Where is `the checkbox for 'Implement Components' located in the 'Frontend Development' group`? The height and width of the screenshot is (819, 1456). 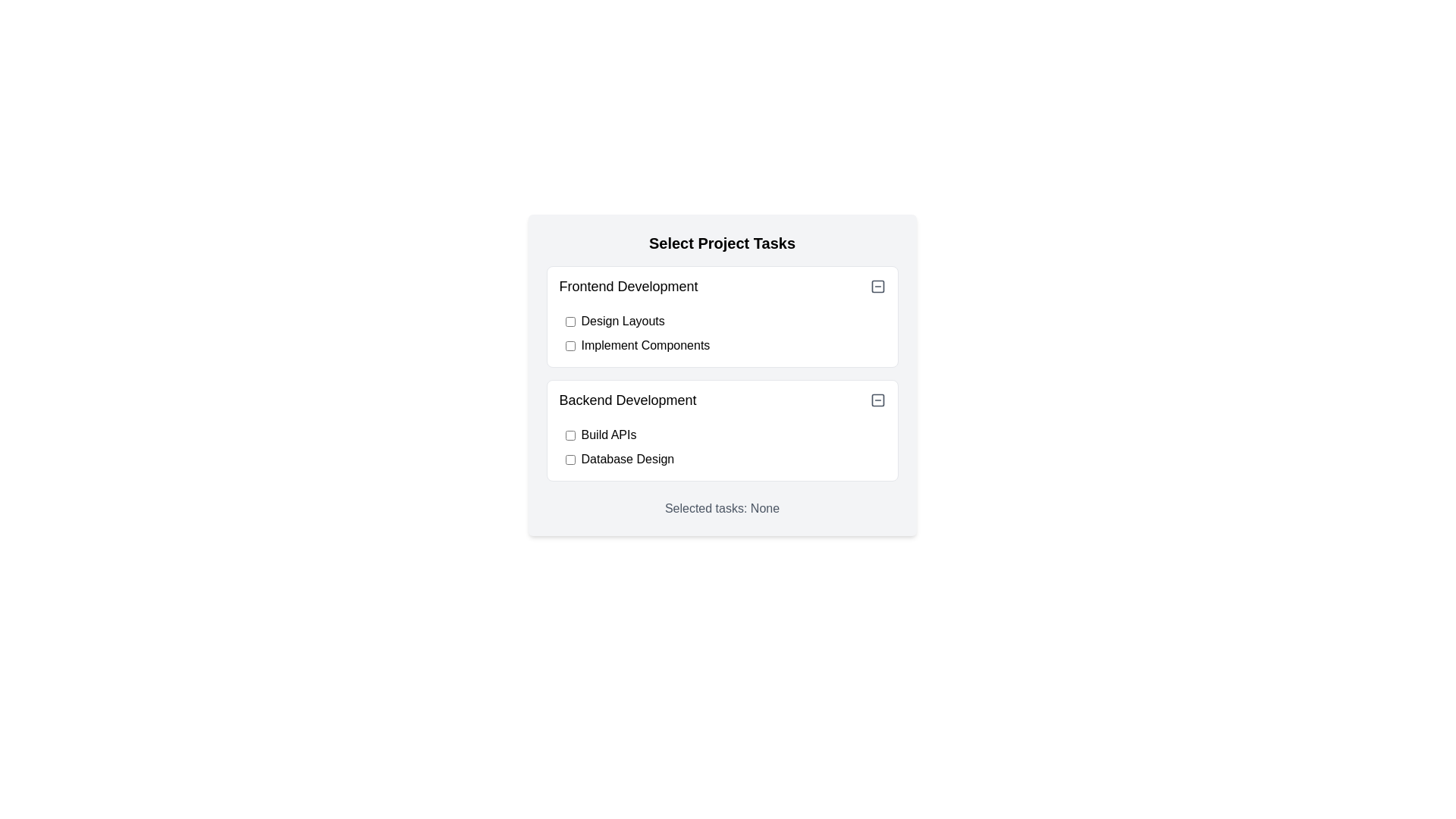 the checkbox for 'Implement Components' located in the 'Frontend Development' group is located at coordinates (570, 345).